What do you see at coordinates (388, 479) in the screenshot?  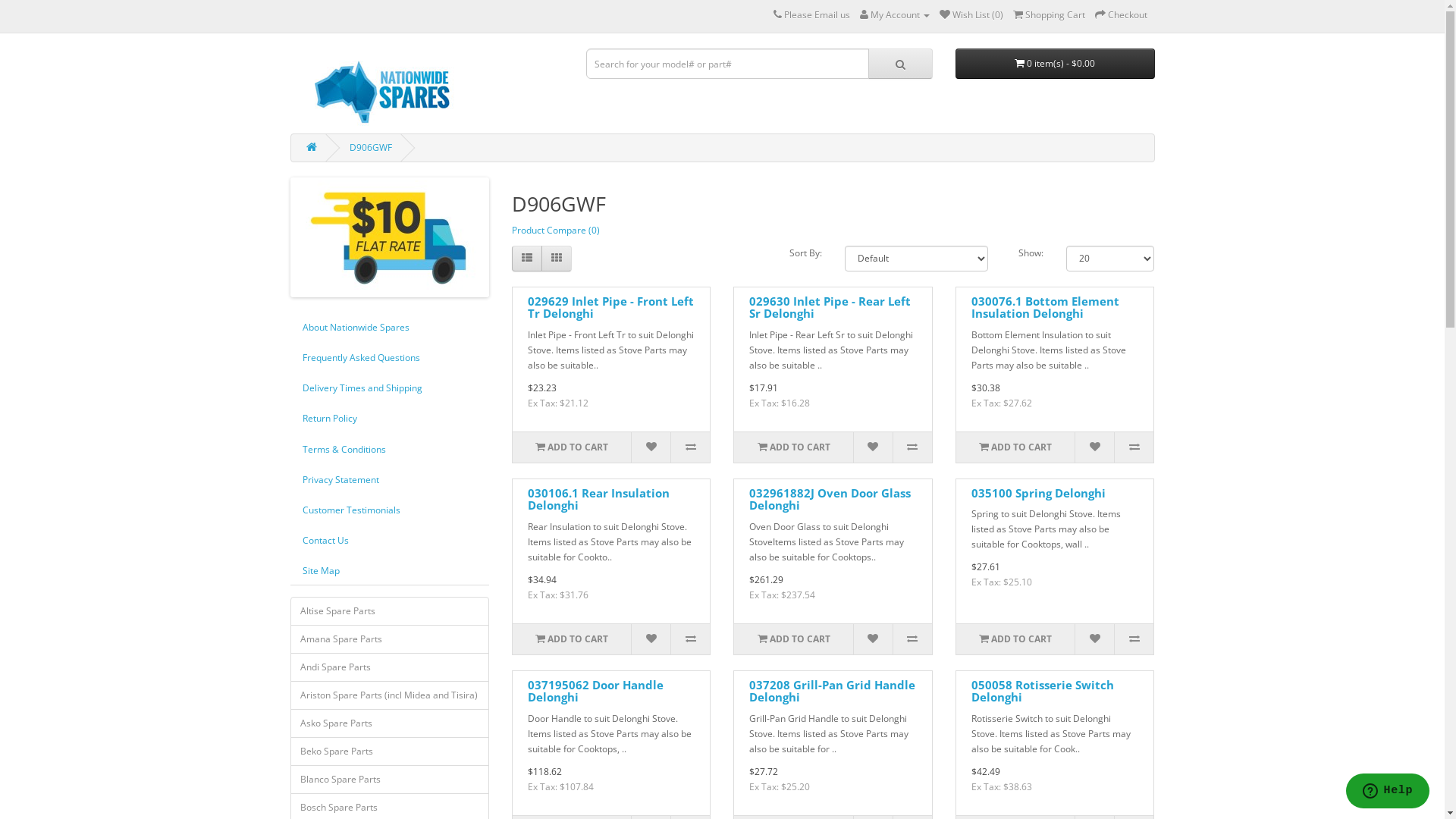 I see `'Privacy Statement'` at bounding box center [388, 479].